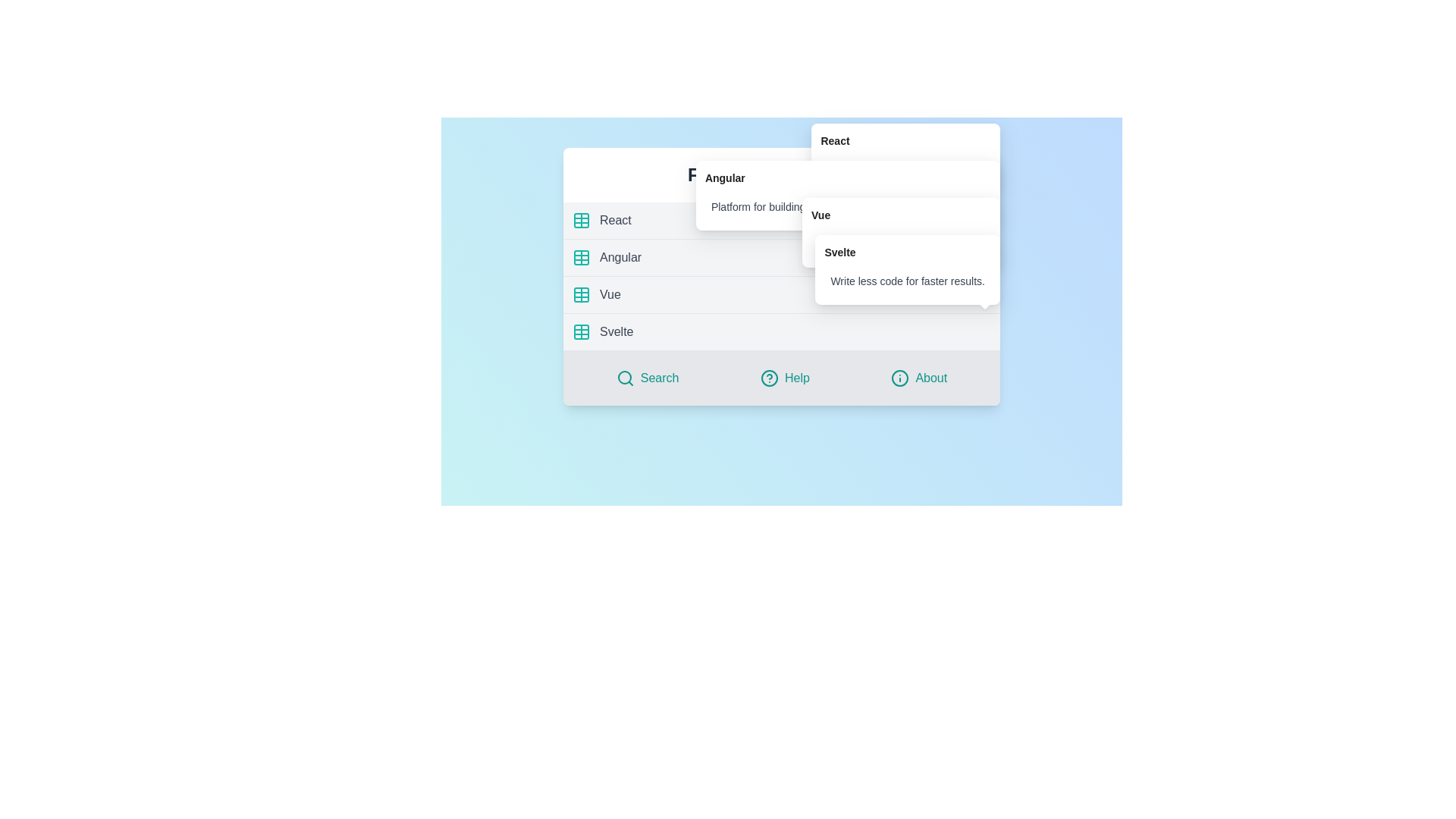  Describe the element at coordinates (581, 256) in the screenshot. I see `the teal rectangular vector graphic icon that is part of the SVG element, located to the left of the 'Angular' label in the vertical list of items` at that location.